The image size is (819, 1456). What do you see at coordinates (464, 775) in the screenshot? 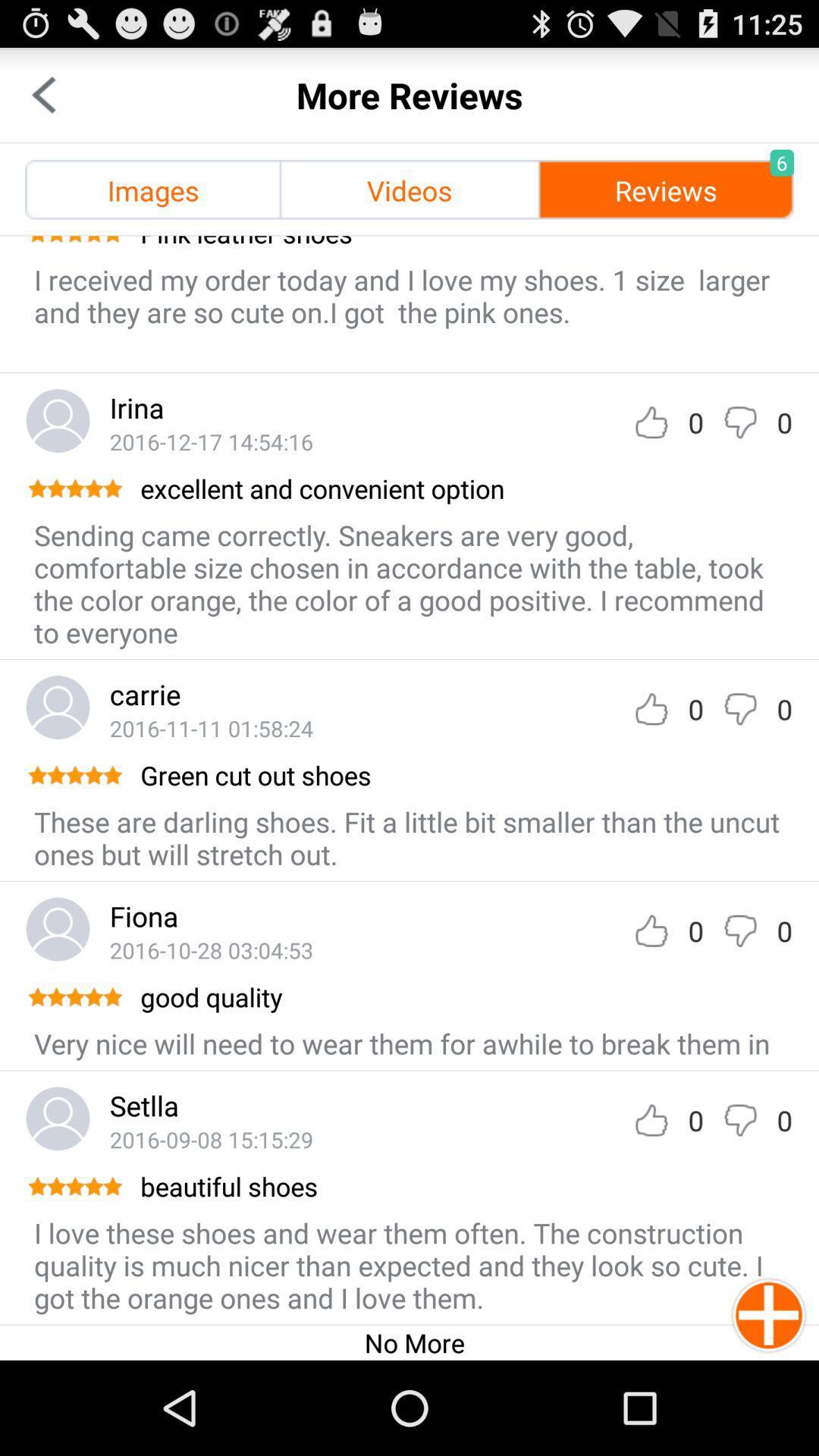
I see `the app below the 2016 11 11 icon` at bounding box center [464, 775].